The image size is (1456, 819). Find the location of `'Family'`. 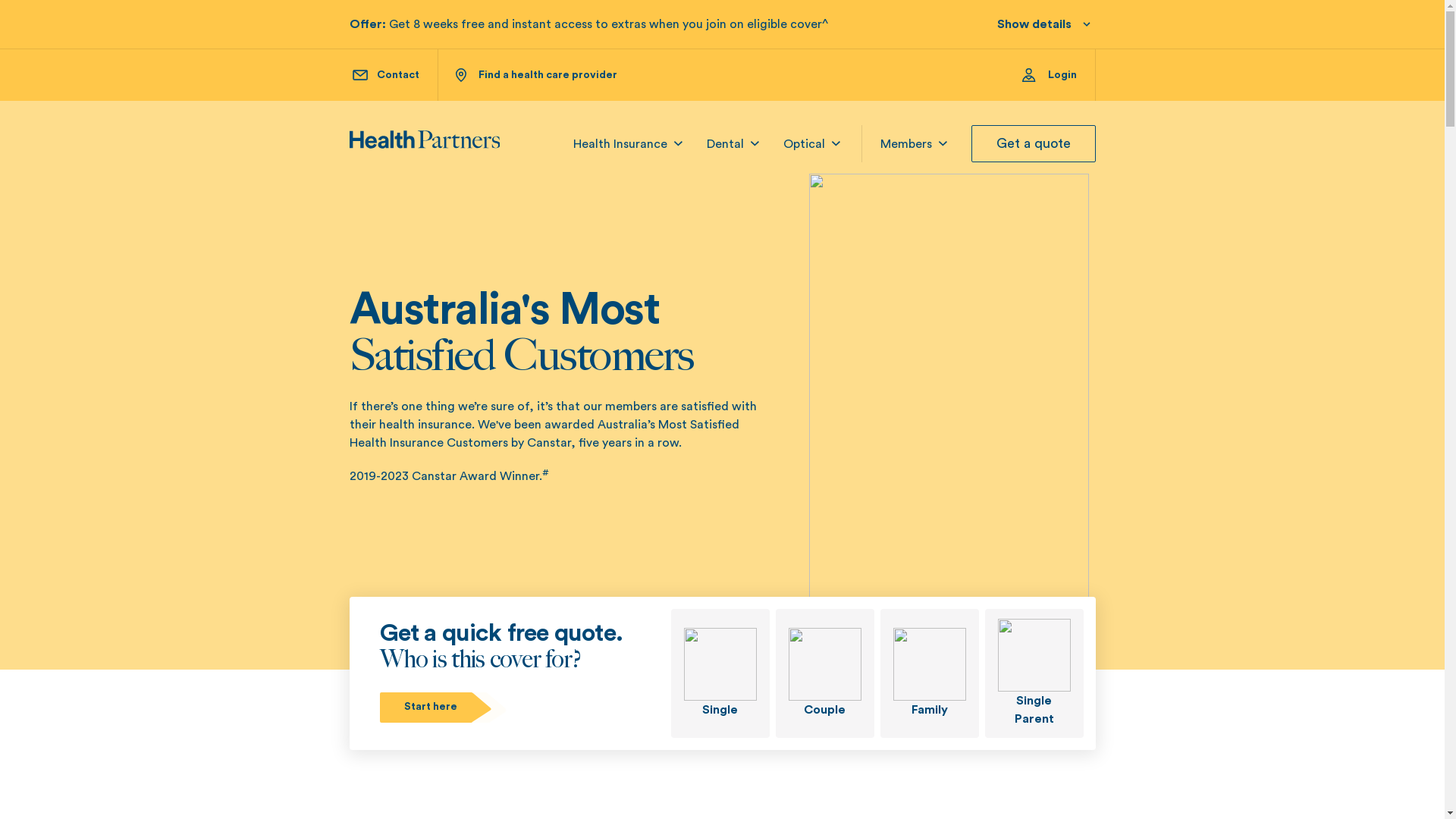

'Family' is located at coordinates (927, 672).